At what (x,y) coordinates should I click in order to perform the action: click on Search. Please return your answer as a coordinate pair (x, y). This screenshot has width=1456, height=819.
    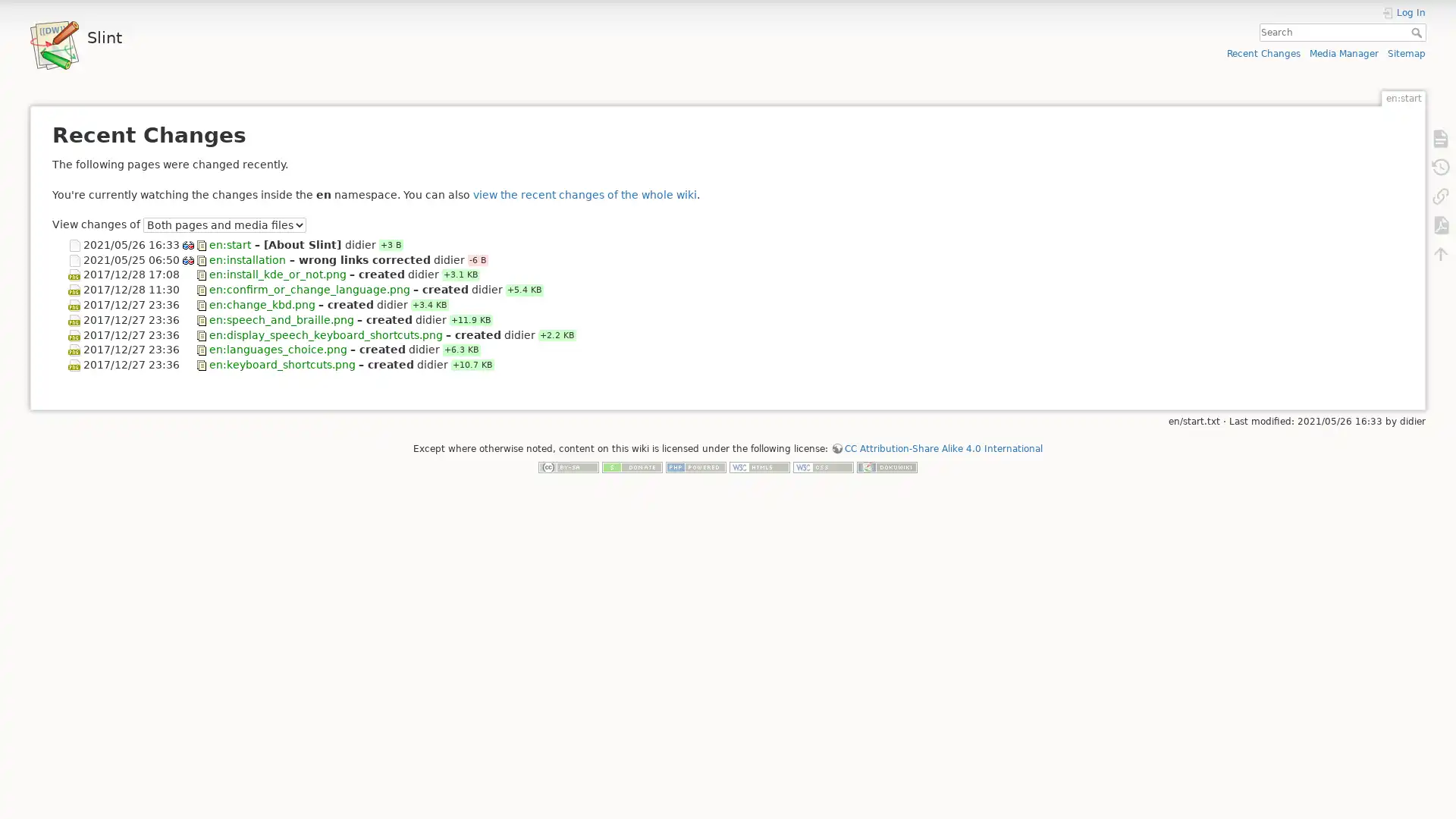
    Looking at the image, I should click on (1417, 32).